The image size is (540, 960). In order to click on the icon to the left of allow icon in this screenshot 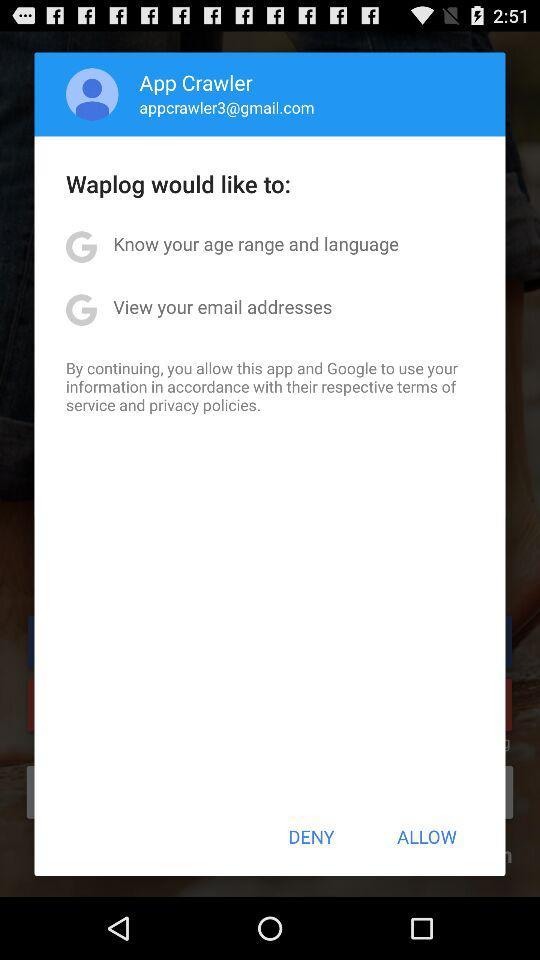, I will do `click(311, 836)`.